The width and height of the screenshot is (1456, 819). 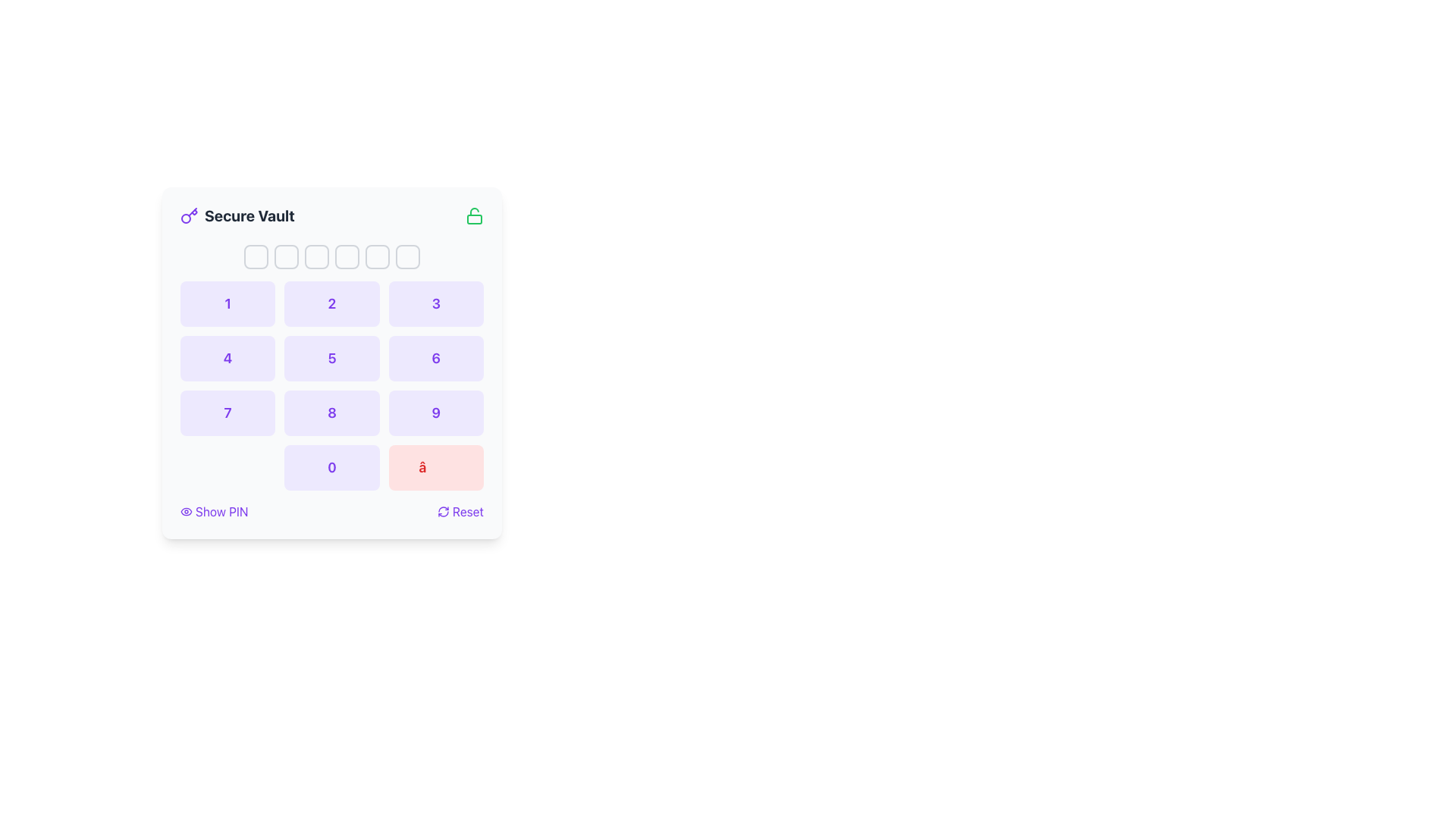 What do you see at coordinates (435, 467) in the screenshot?
I see `the red rectangular button with a left arrow icon` at bounding box center [435, 467].